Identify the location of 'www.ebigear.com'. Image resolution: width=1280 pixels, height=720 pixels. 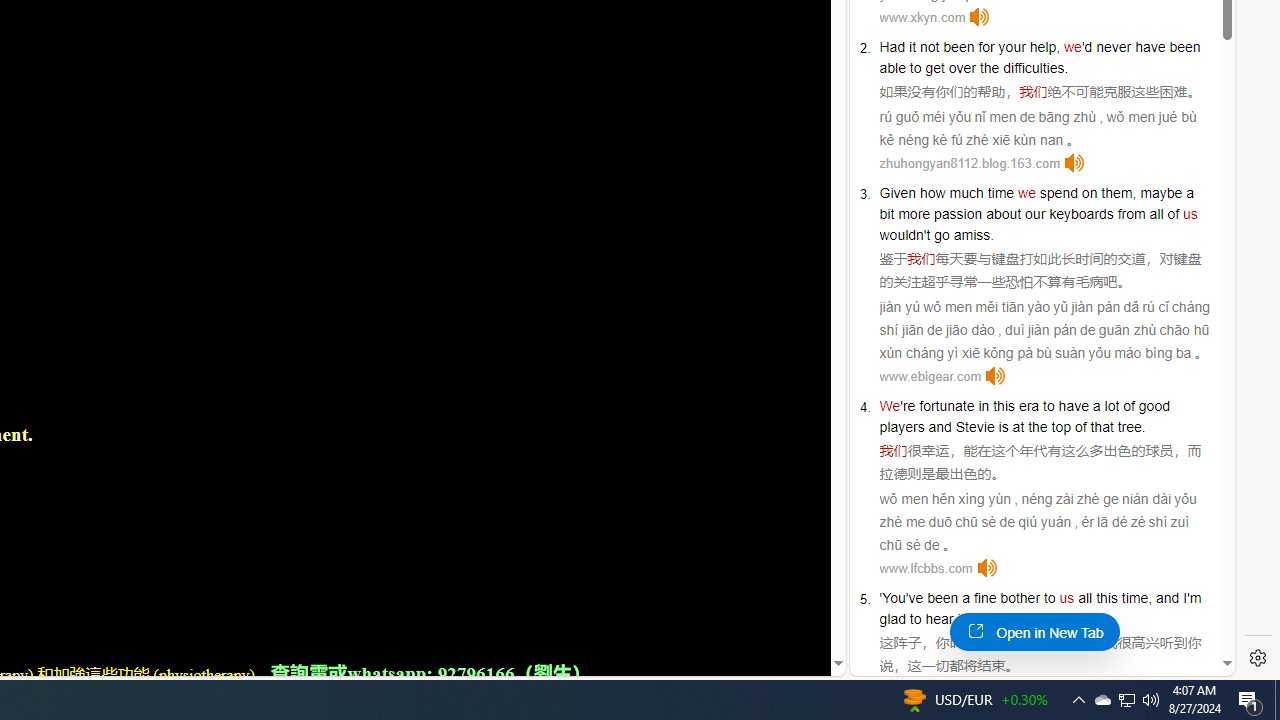
(929, 376).